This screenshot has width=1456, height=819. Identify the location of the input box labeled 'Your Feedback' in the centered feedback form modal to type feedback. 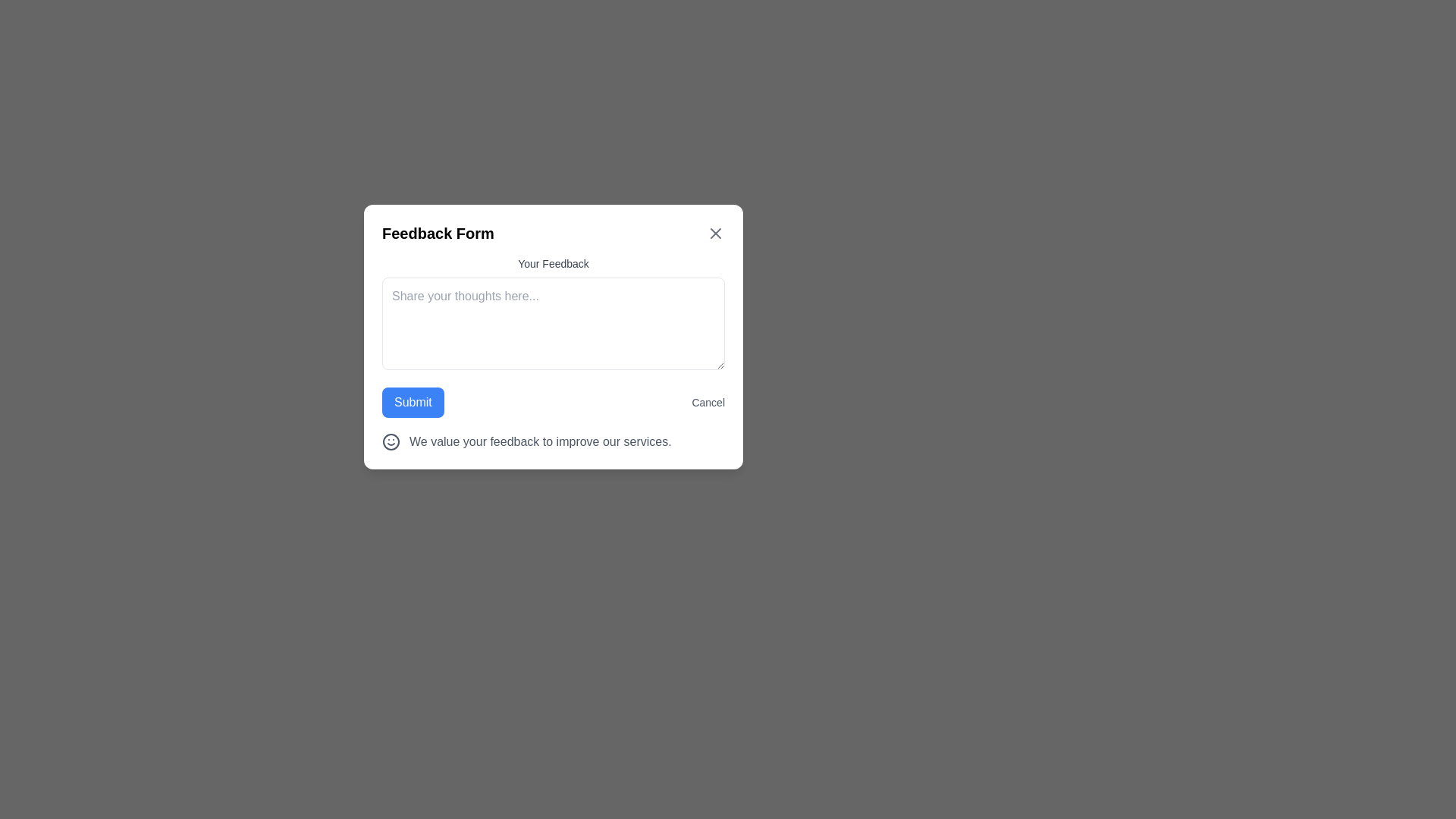
(552, 335).